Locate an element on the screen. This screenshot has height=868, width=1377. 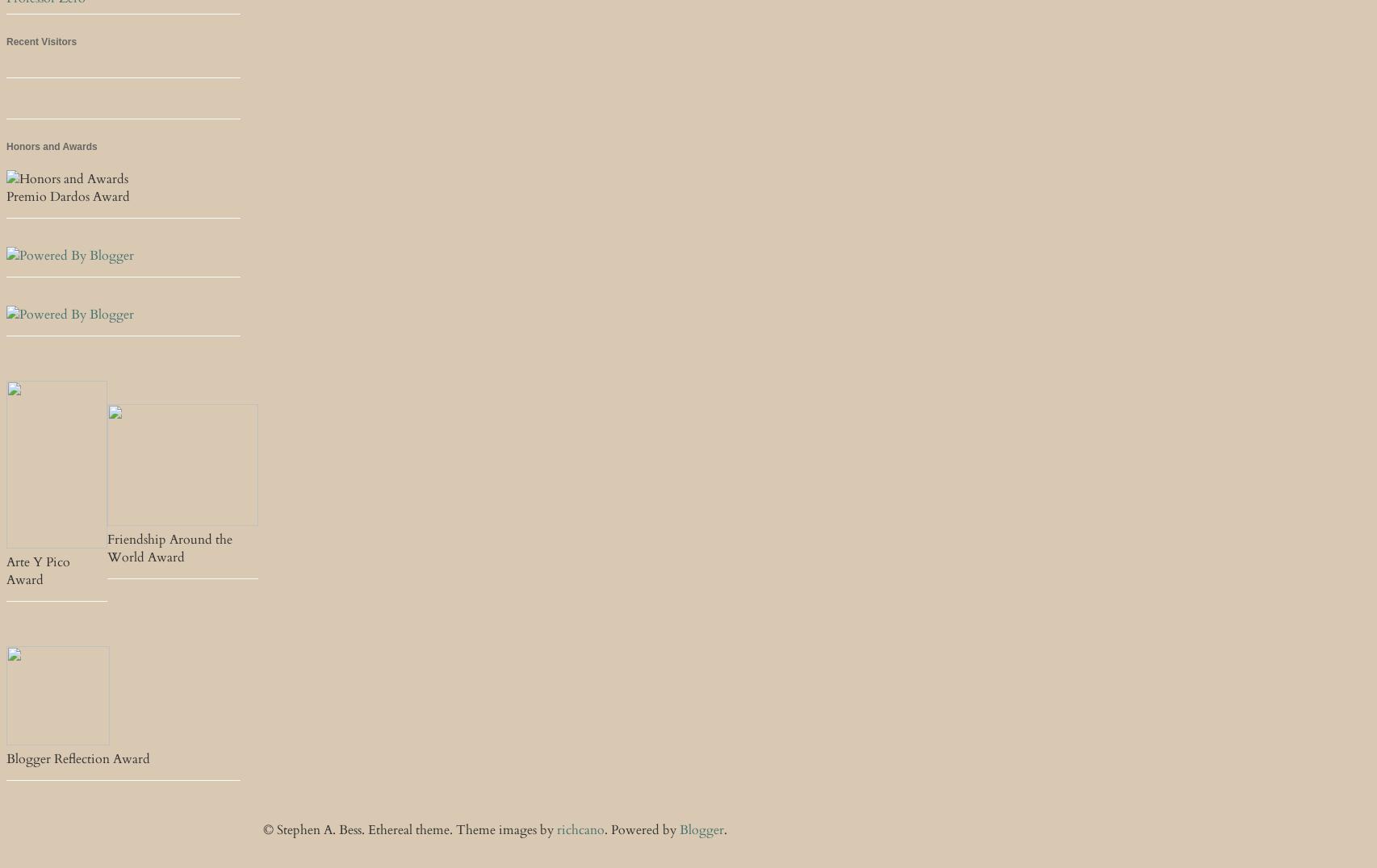
'© Stephen A. Bess. Ethereal theme. Theme images by' is located at coordinates (408, 828).